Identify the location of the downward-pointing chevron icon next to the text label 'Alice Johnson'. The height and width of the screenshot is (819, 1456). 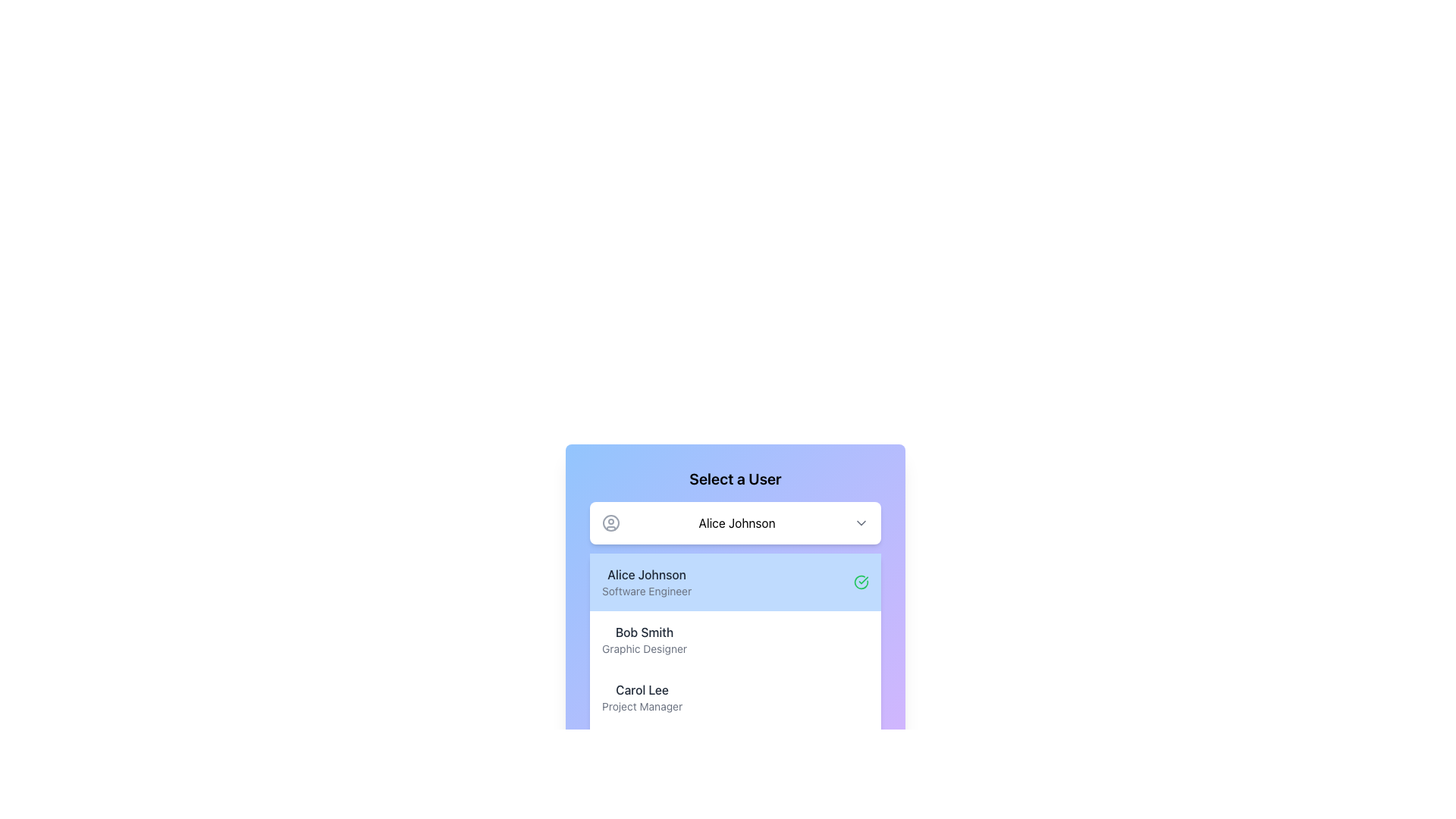
(861, 522).